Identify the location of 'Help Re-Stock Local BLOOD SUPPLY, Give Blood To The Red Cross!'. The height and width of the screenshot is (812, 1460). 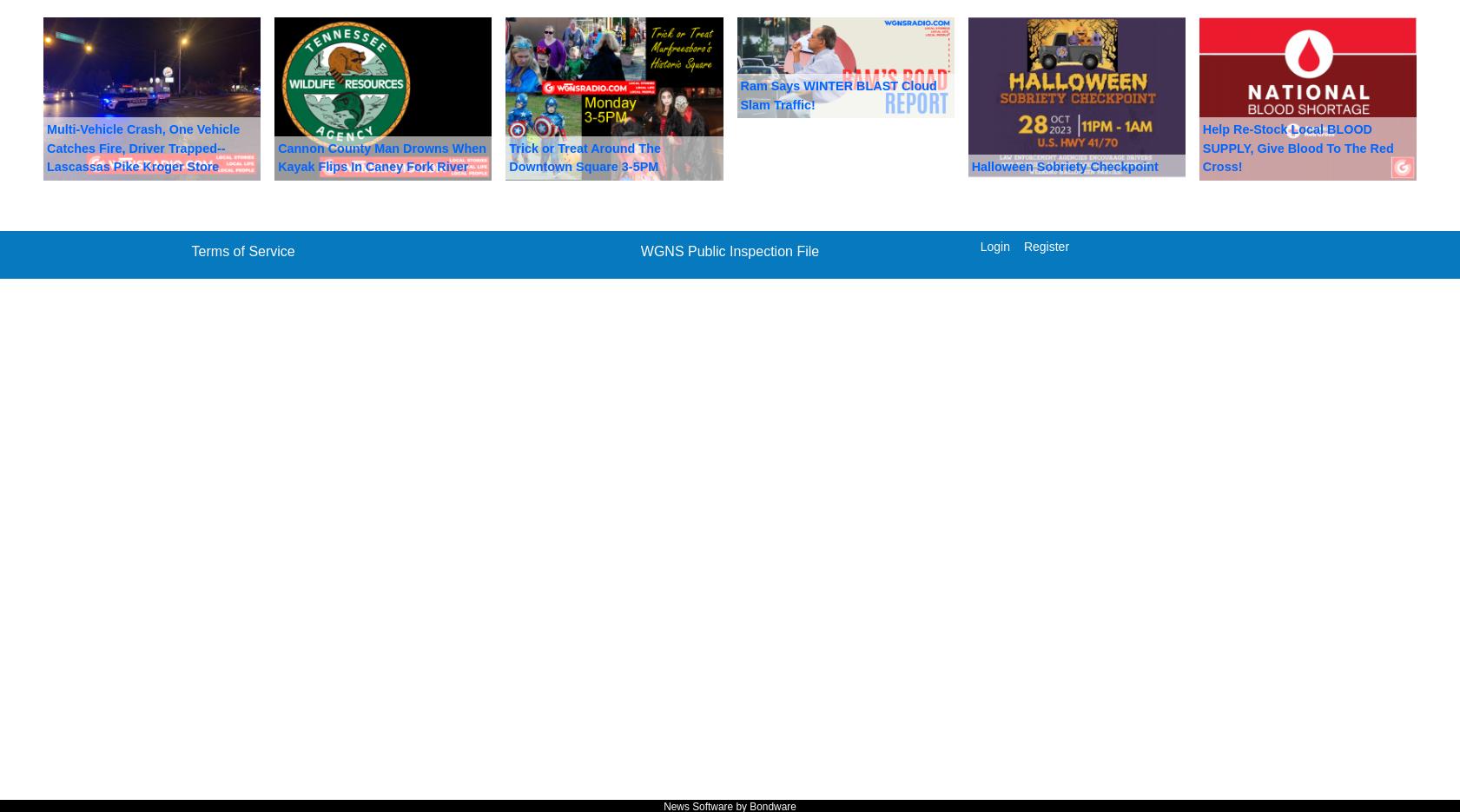
(1298, 147).